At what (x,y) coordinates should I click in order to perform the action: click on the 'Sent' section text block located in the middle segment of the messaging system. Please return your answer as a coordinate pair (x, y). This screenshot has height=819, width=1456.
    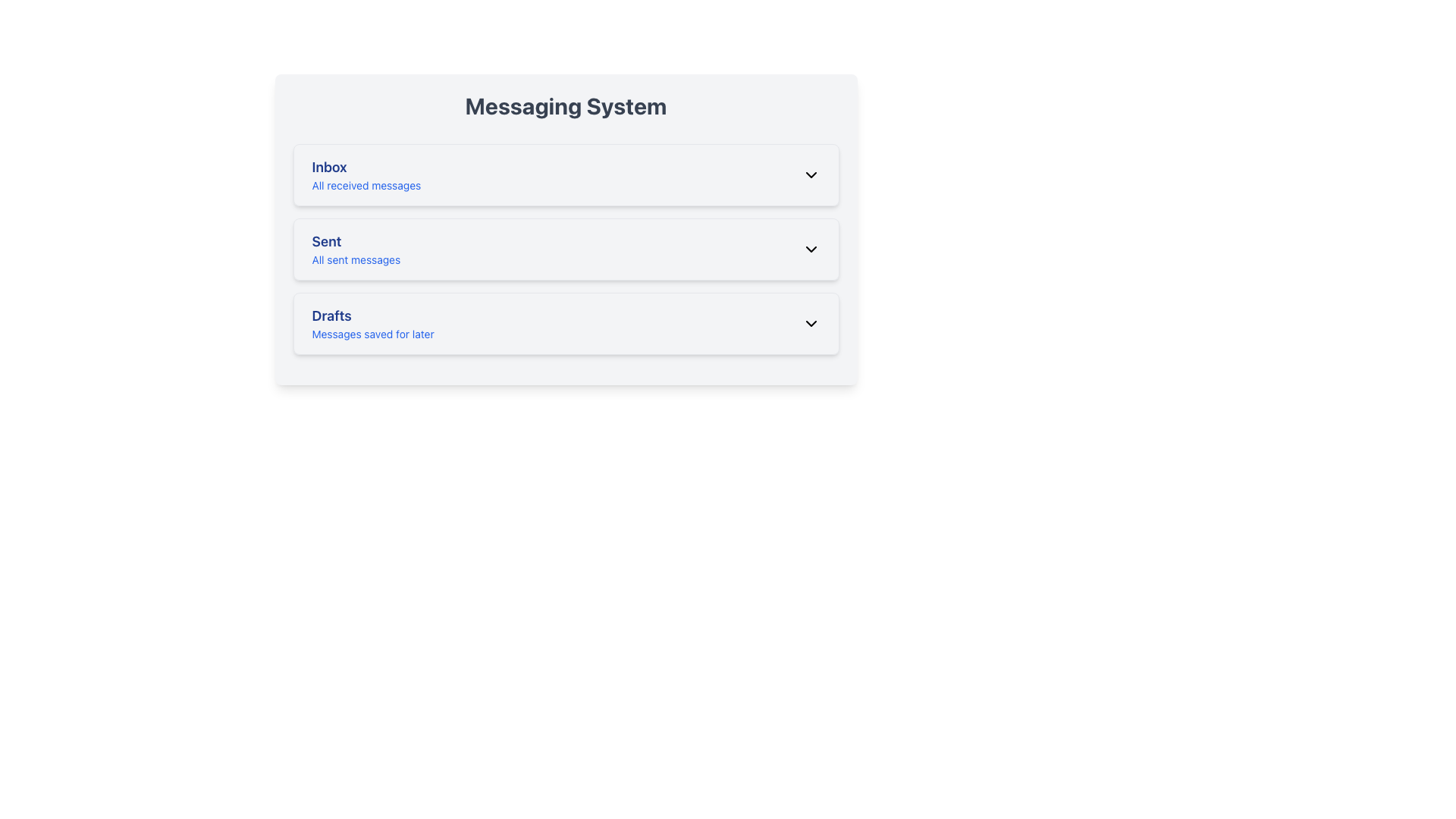
    Looking at the image, I should click on (355, 248).